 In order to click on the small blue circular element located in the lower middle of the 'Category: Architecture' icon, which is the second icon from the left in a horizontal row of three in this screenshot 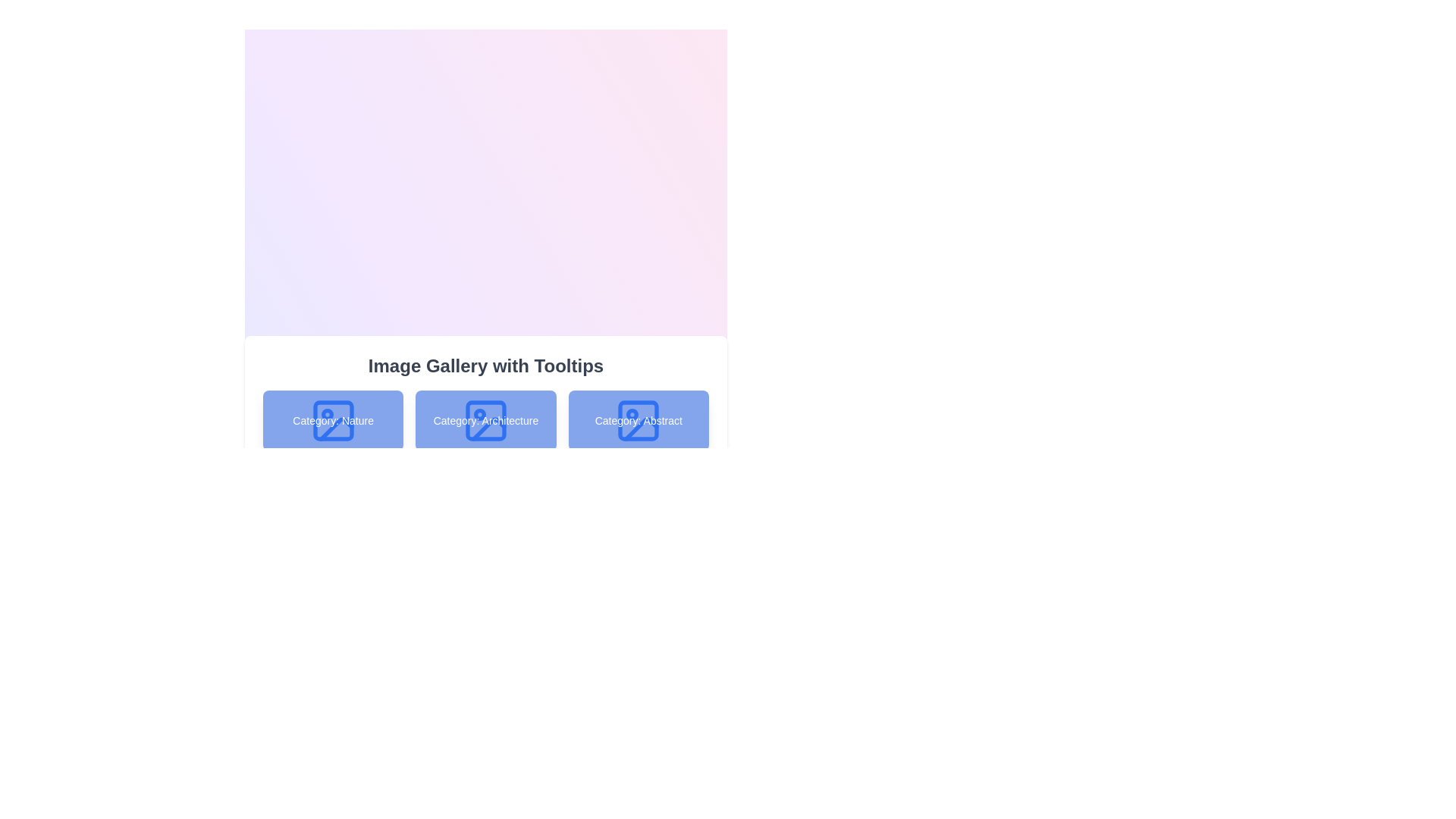, I will do `click(479, 415)`.